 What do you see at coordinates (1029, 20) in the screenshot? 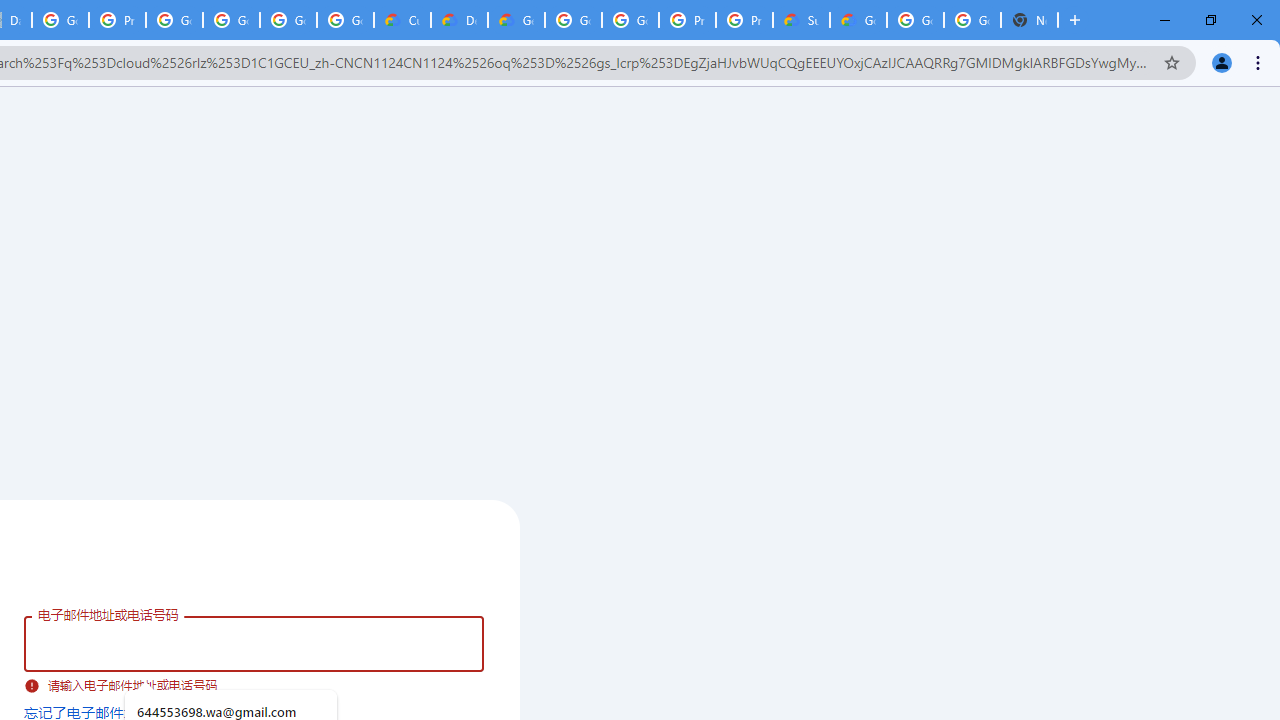
I see `'New Tab'` at bounding box center [1029, 20].